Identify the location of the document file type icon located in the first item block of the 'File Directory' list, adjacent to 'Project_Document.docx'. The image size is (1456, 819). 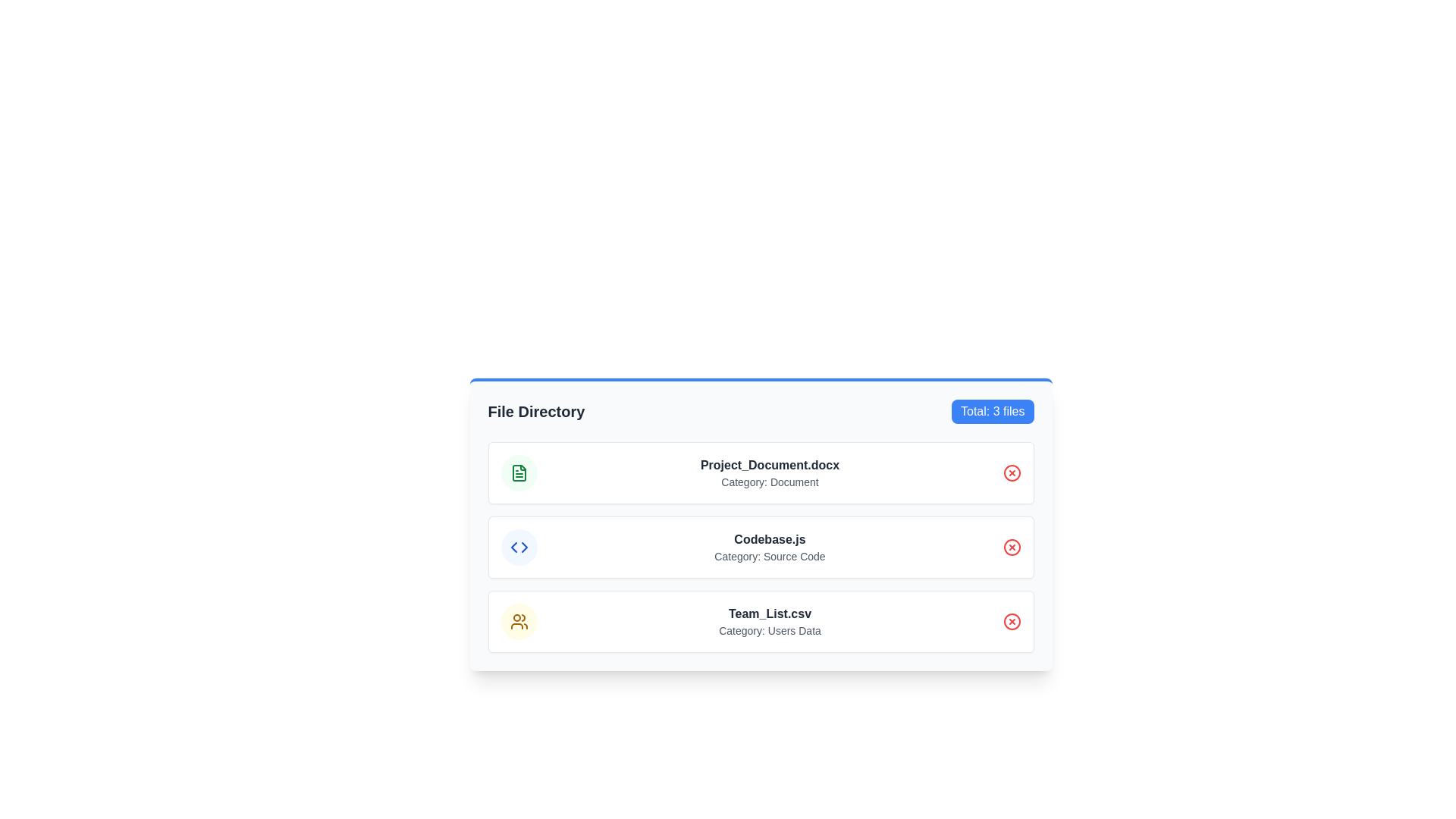
(519, 472).